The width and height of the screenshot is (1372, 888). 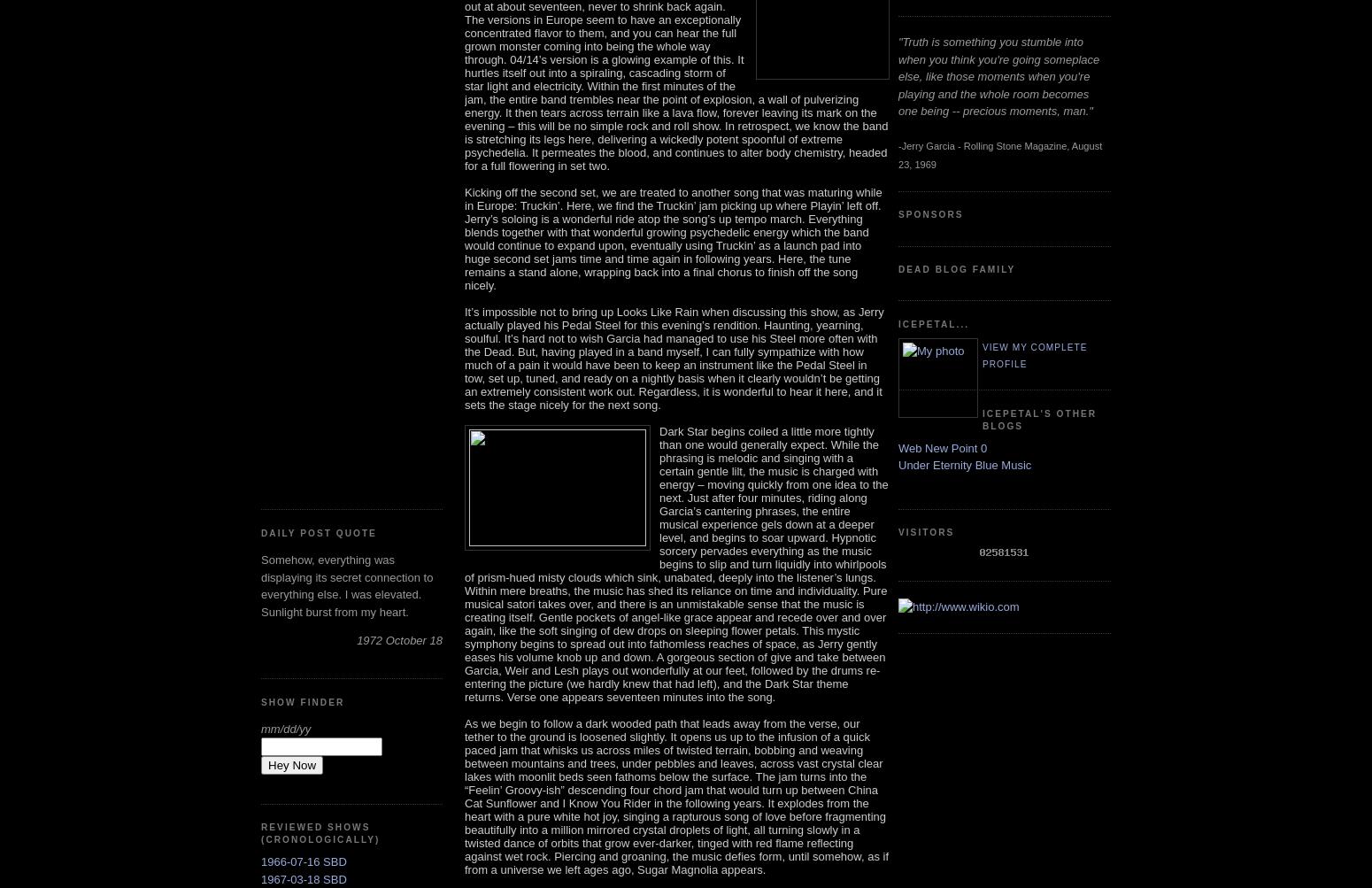 I want to click on 'Sponsors', so click(x=930, y=214).